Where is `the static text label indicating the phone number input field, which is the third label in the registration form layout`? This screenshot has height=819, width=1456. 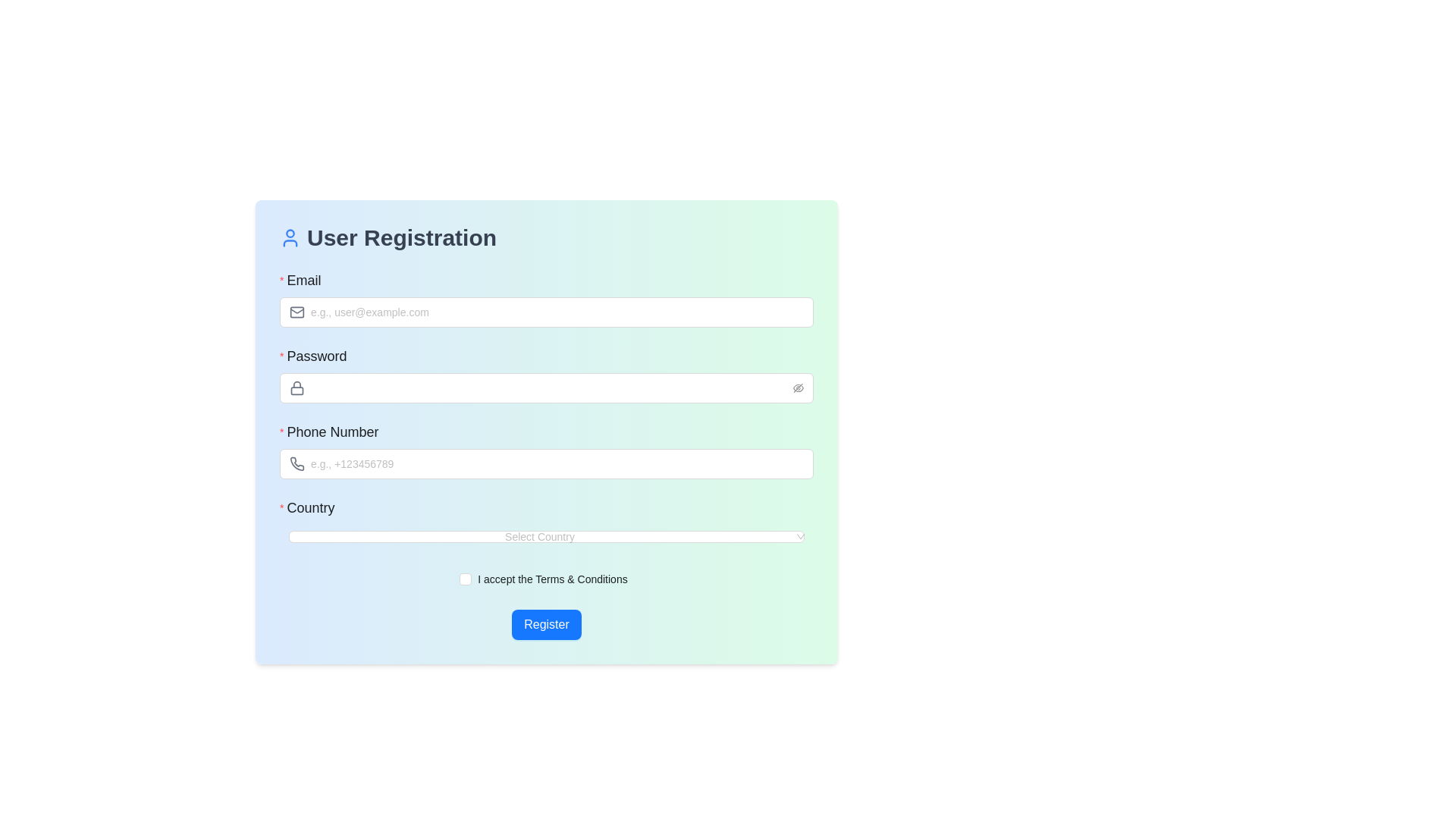 the static text label indicating the phone number input field, which is the third label in the registration form layout is located at coordinates (331, 432).